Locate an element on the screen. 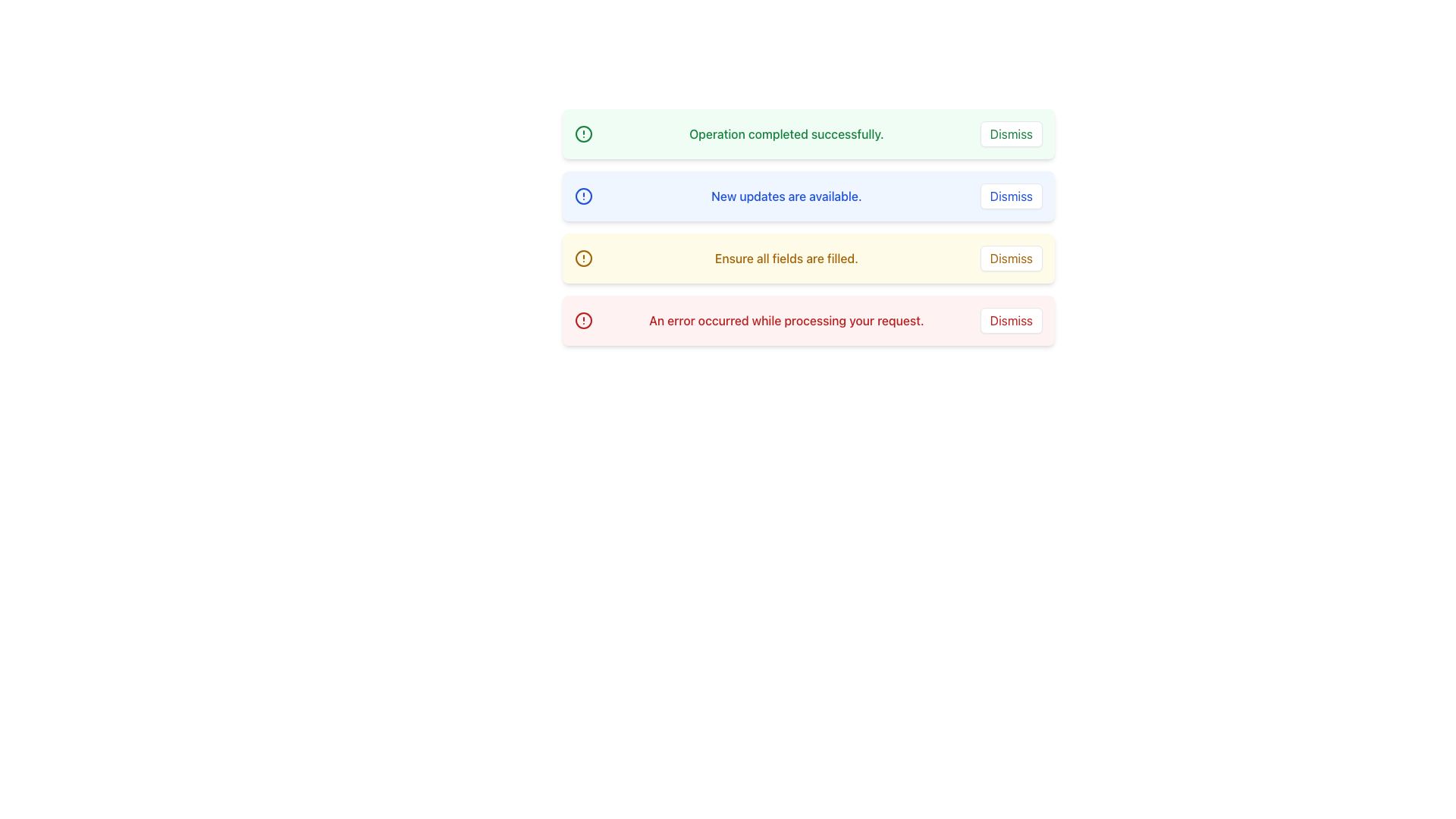 The height and width of the screenshot is (819, 1456). the dismissal button located on the far right of the red alert box containing the message 'An error occurred while processing your request.' is located at coordinates (1011, 320).